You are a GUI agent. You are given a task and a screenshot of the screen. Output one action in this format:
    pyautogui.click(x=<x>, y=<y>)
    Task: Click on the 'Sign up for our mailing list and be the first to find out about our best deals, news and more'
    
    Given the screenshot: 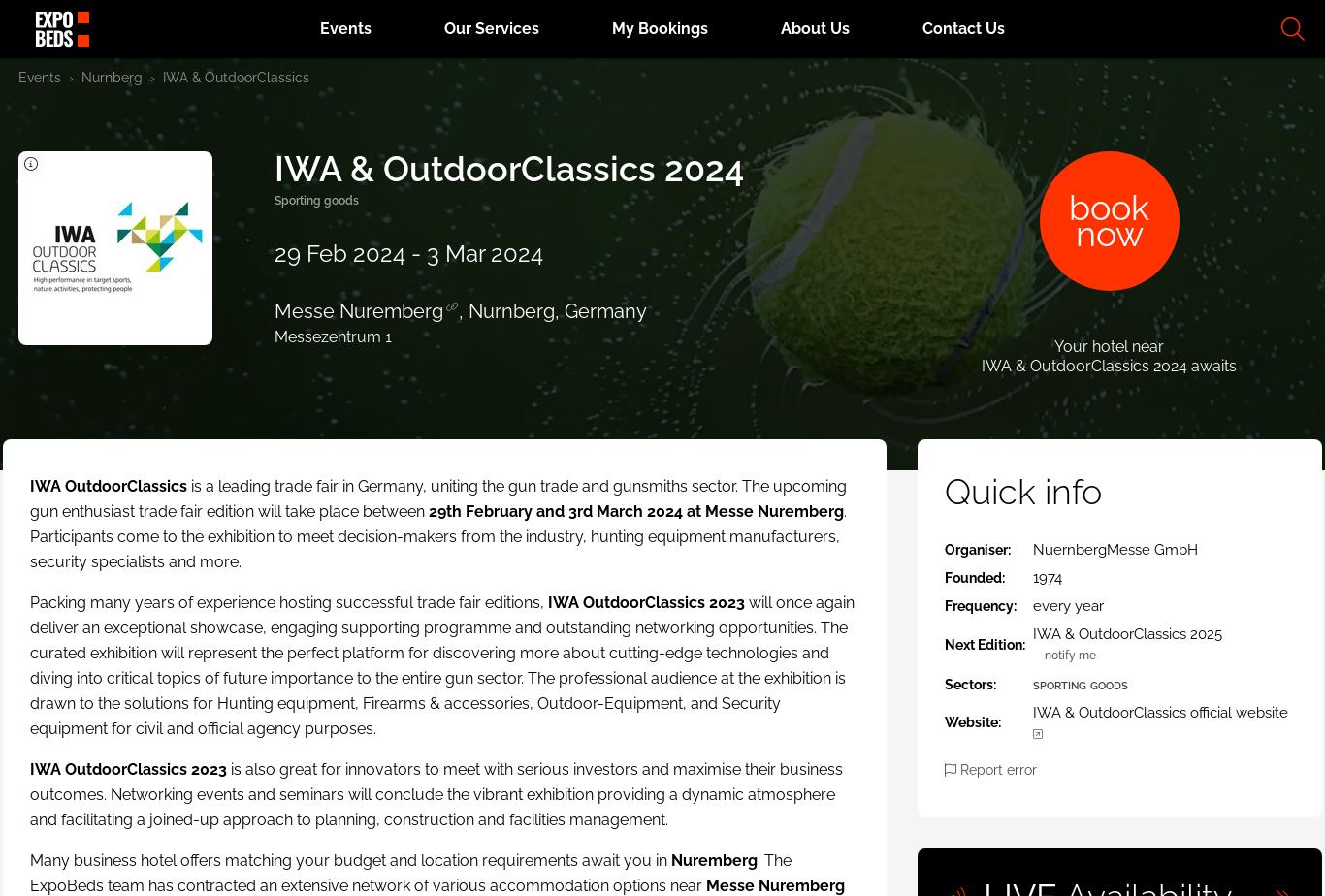 What is the action you would take?
    pyautogui.click(x=1050, y=703)
    